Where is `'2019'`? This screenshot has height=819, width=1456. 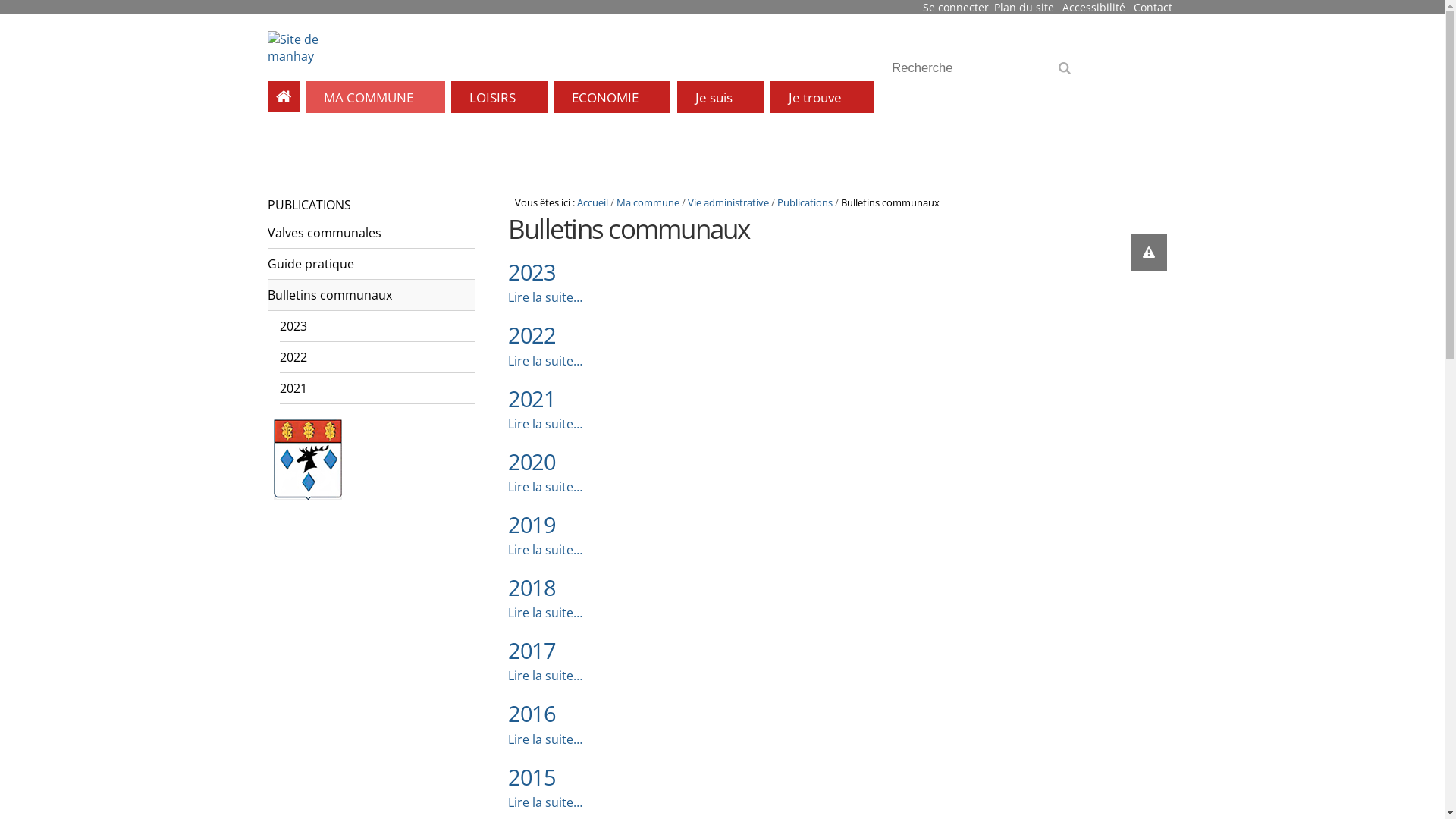
'2019' is located at coordinates (508, 523).